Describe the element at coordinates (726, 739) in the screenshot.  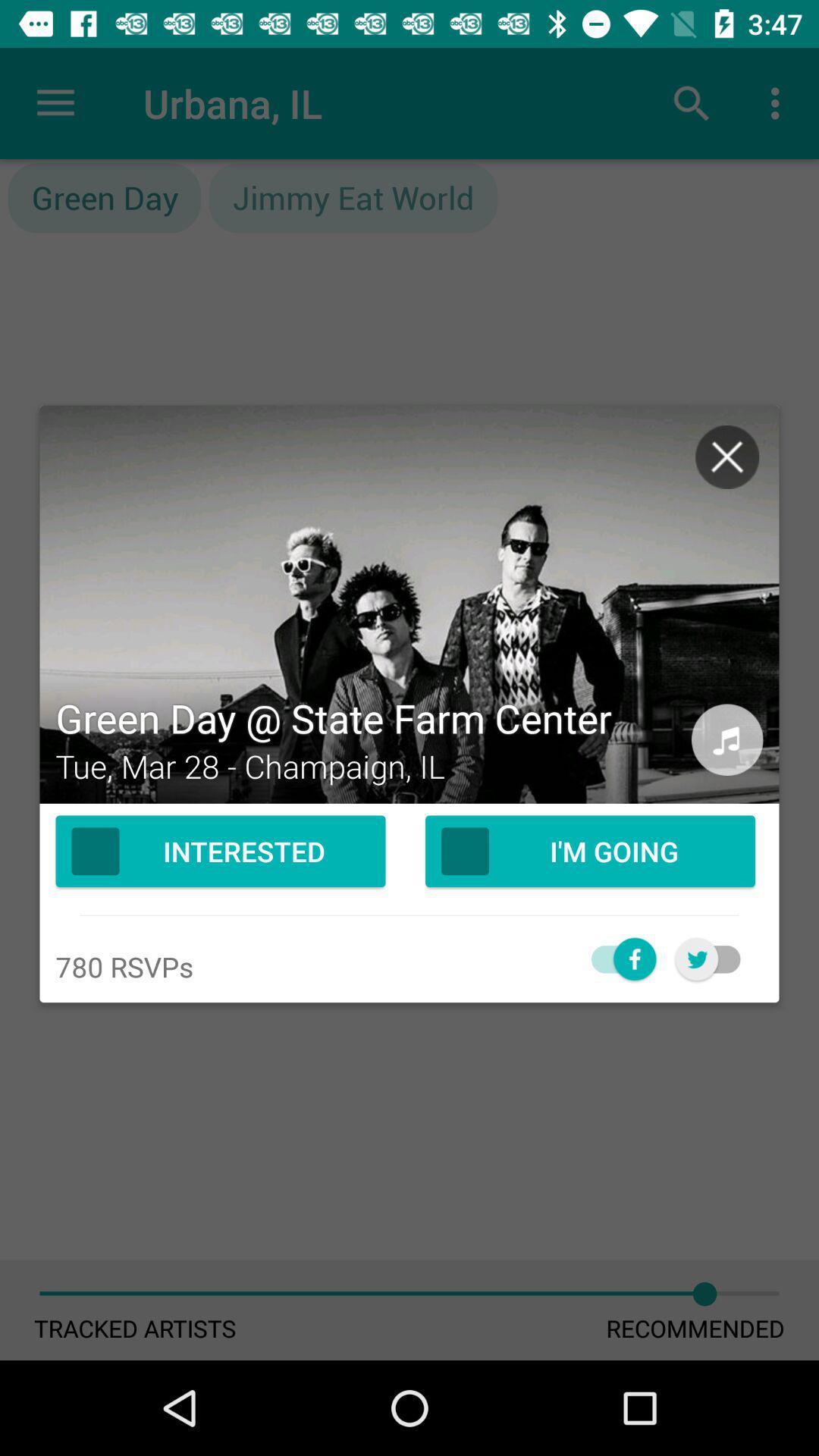
I see `listen` at that location.